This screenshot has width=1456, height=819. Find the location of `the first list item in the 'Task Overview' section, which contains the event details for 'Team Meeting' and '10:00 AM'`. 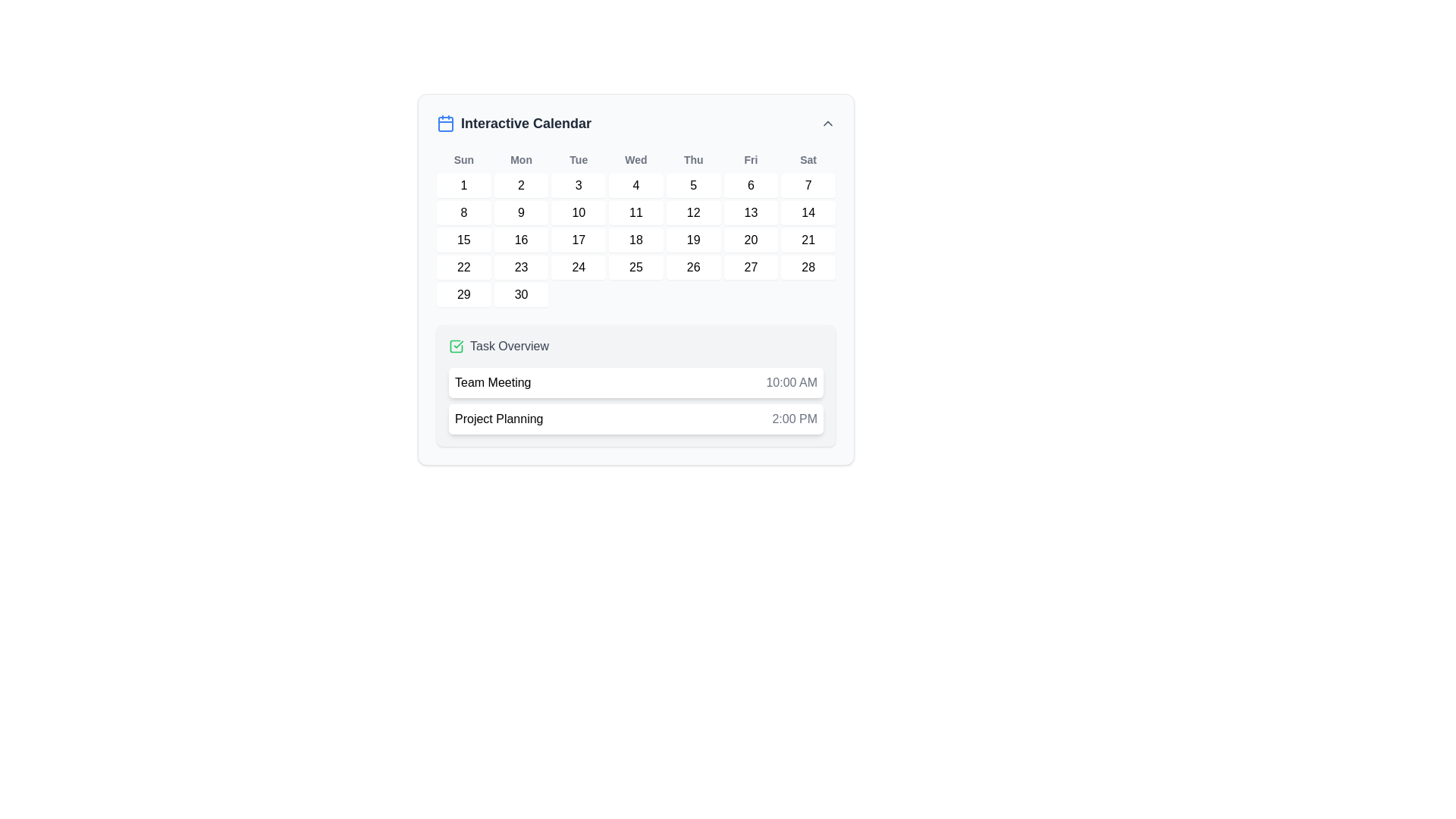

the first list item in the 'Task Overview' section, which contains the event details for 'Team Meeting' and '10:00 AM' is located at coordinates (636, 382).